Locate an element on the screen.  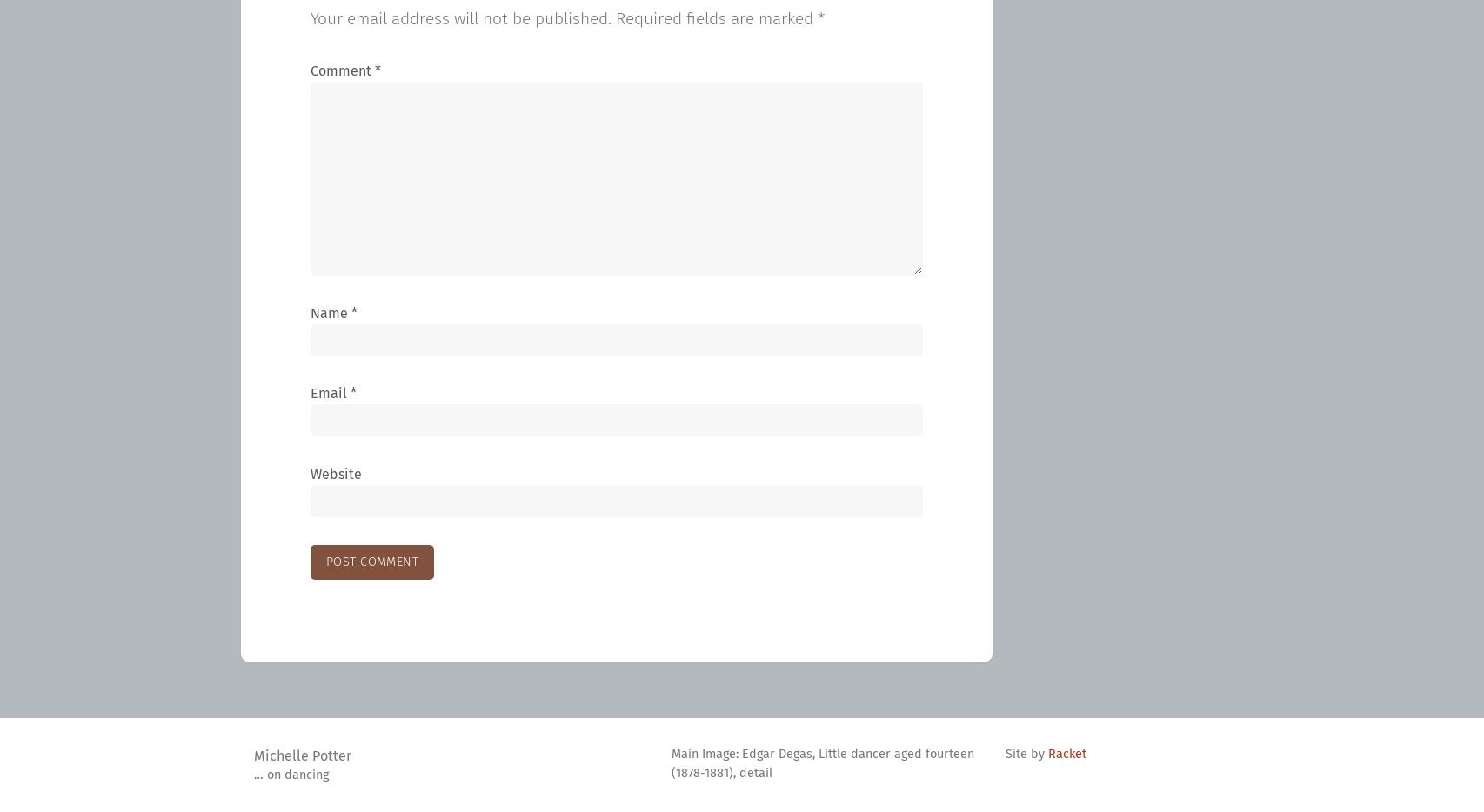
'Main Image: Edgar Degas, Little dancer aged fourteen (1878-1881), detail' is located at coordinates (822, 762).